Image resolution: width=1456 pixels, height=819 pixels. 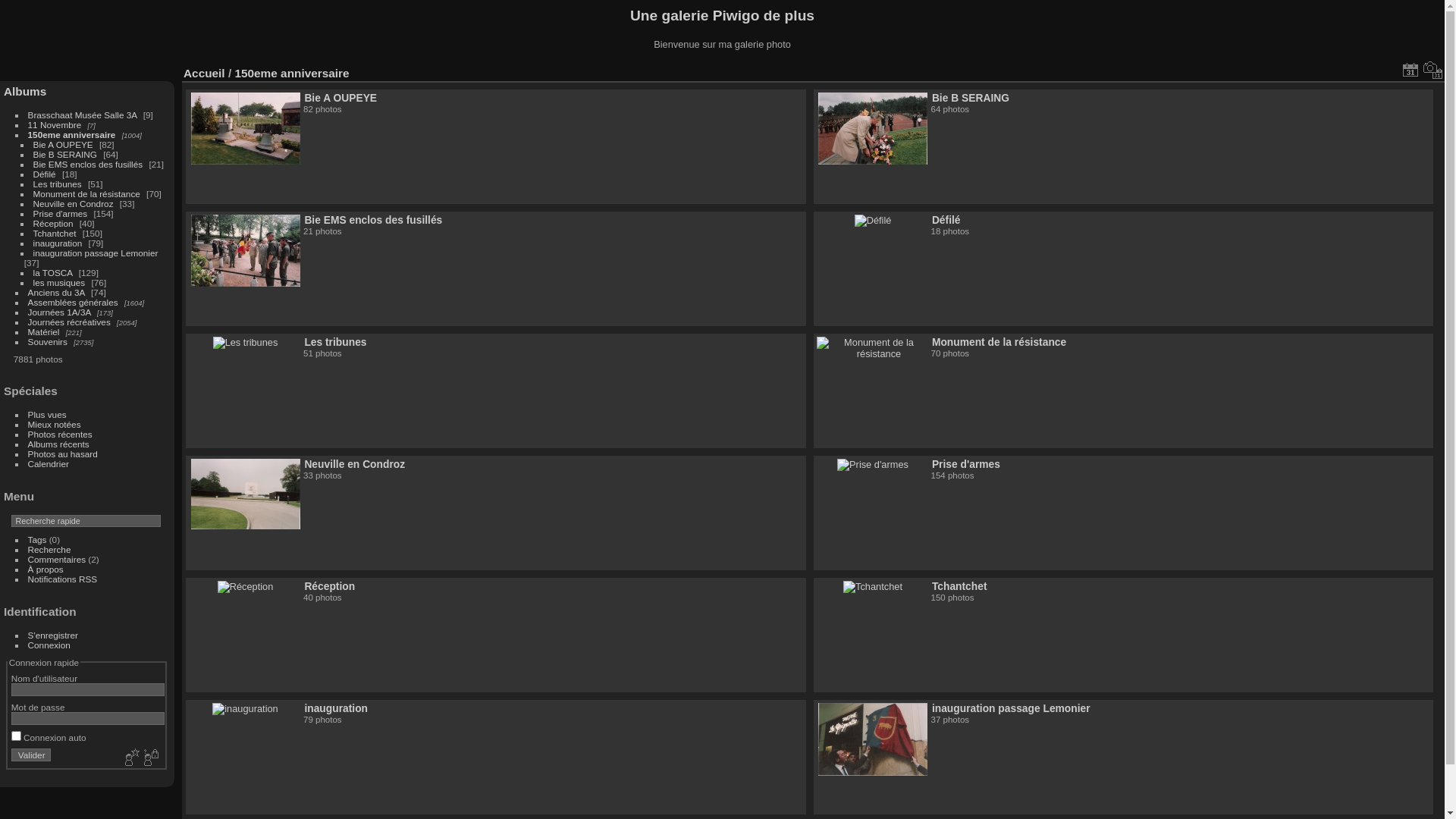 What do you see at coordinates (203, 73) in the screenshot?
I see `'Accueil'` at bounding box center [203, 73].